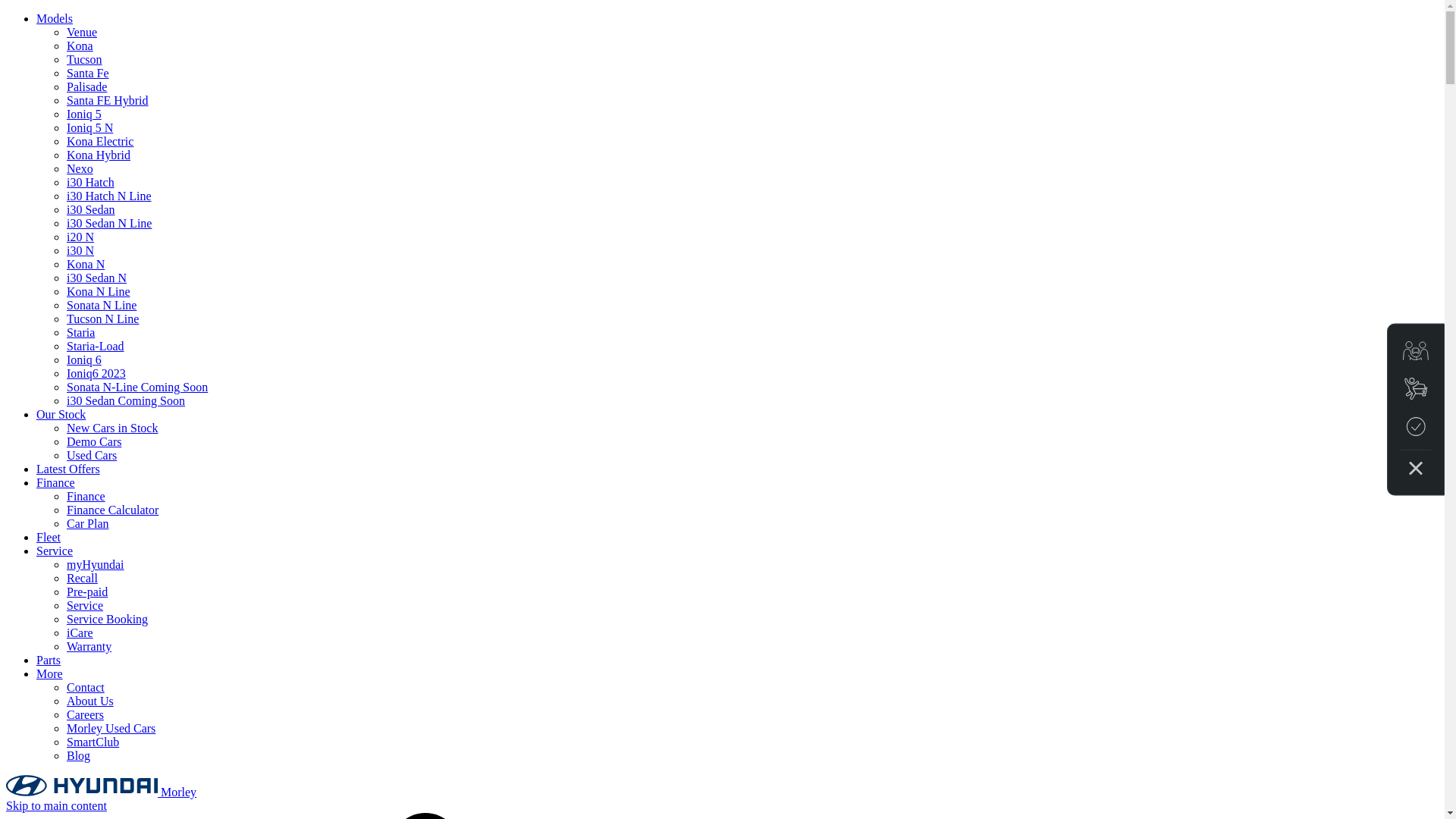 Image resolution: width=1456 pixels, height=819 pixels. I want to click on 'Santa Fe', so click(65, 73).